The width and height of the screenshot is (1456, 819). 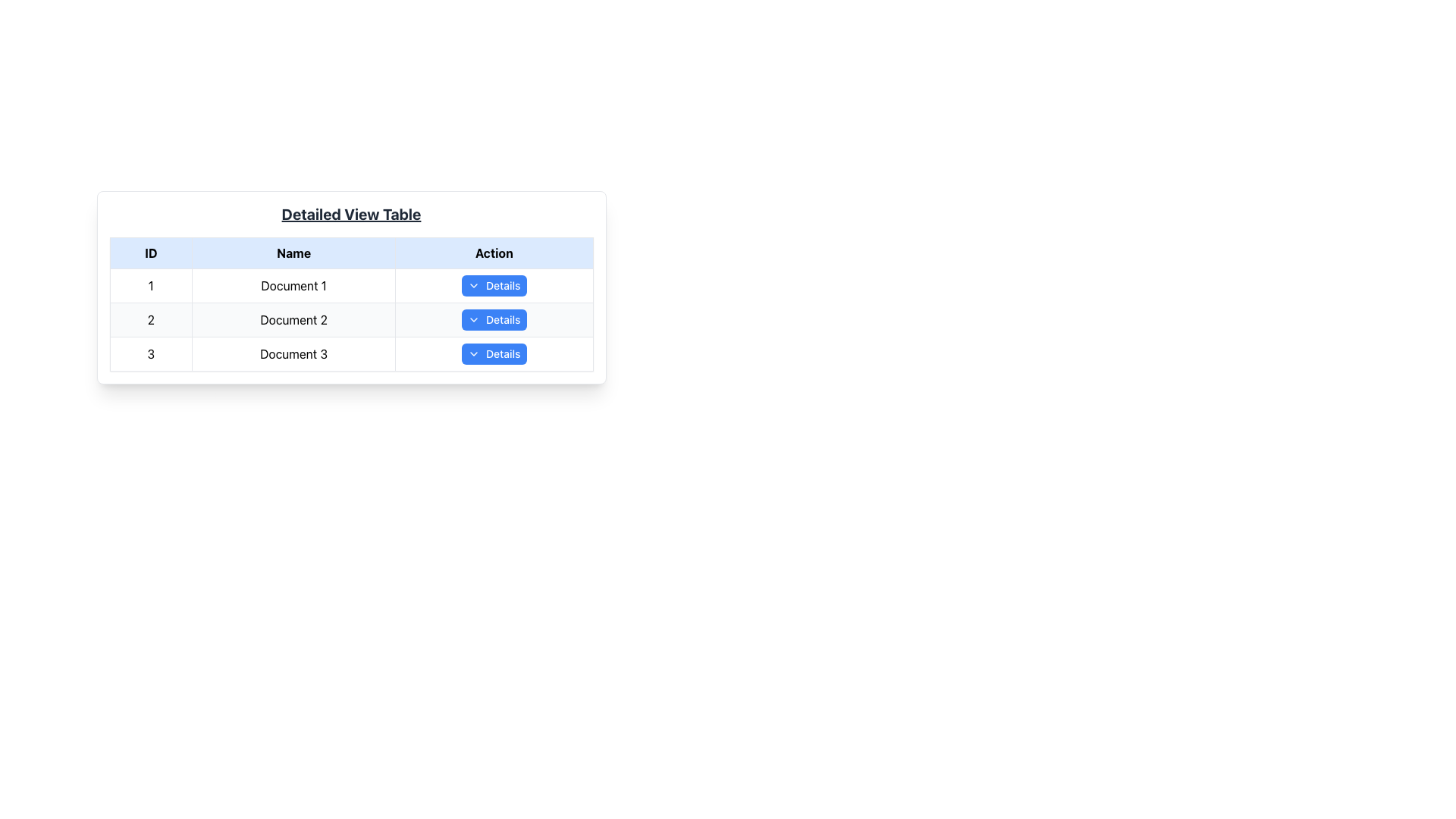 What do you see at coordinates (293, 353) in the screenshot?
I see `the Text display element that shows 'Document 3' in the third row of the table under the 'Name' column` at bounding box center [293, 353].